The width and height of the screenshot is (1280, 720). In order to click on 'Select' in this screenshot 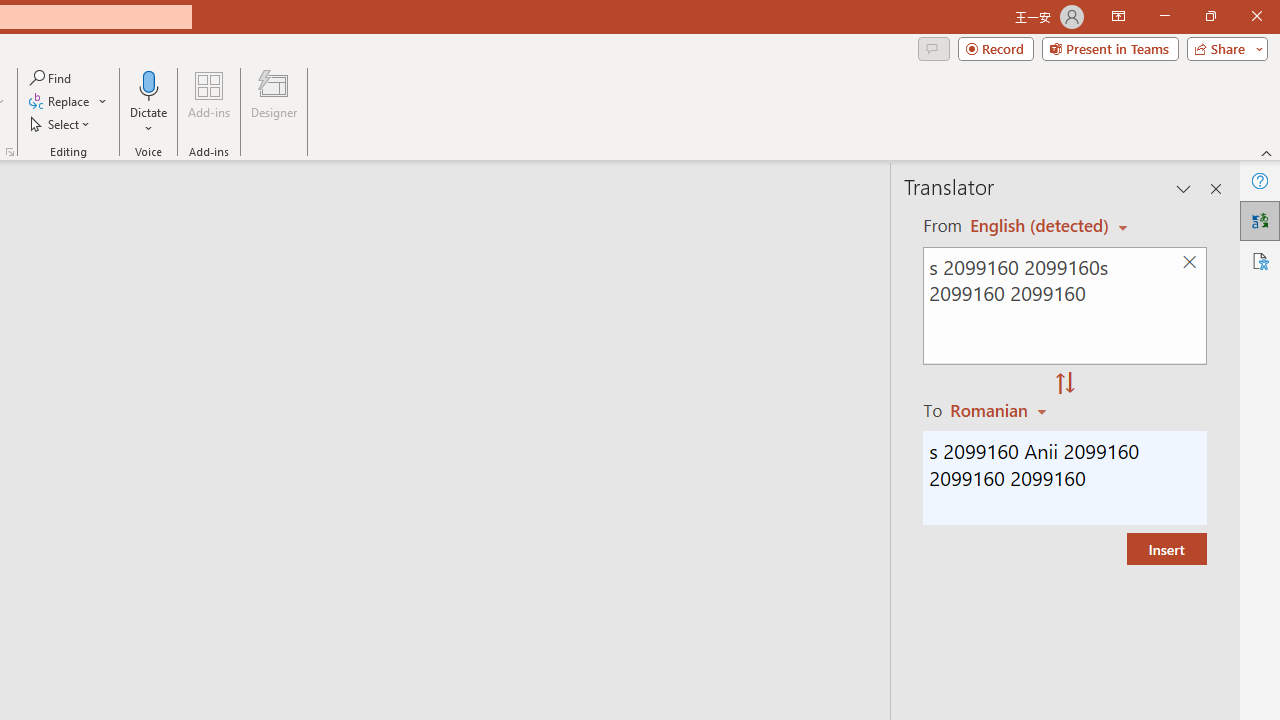, I will do `click(61, 124)`.